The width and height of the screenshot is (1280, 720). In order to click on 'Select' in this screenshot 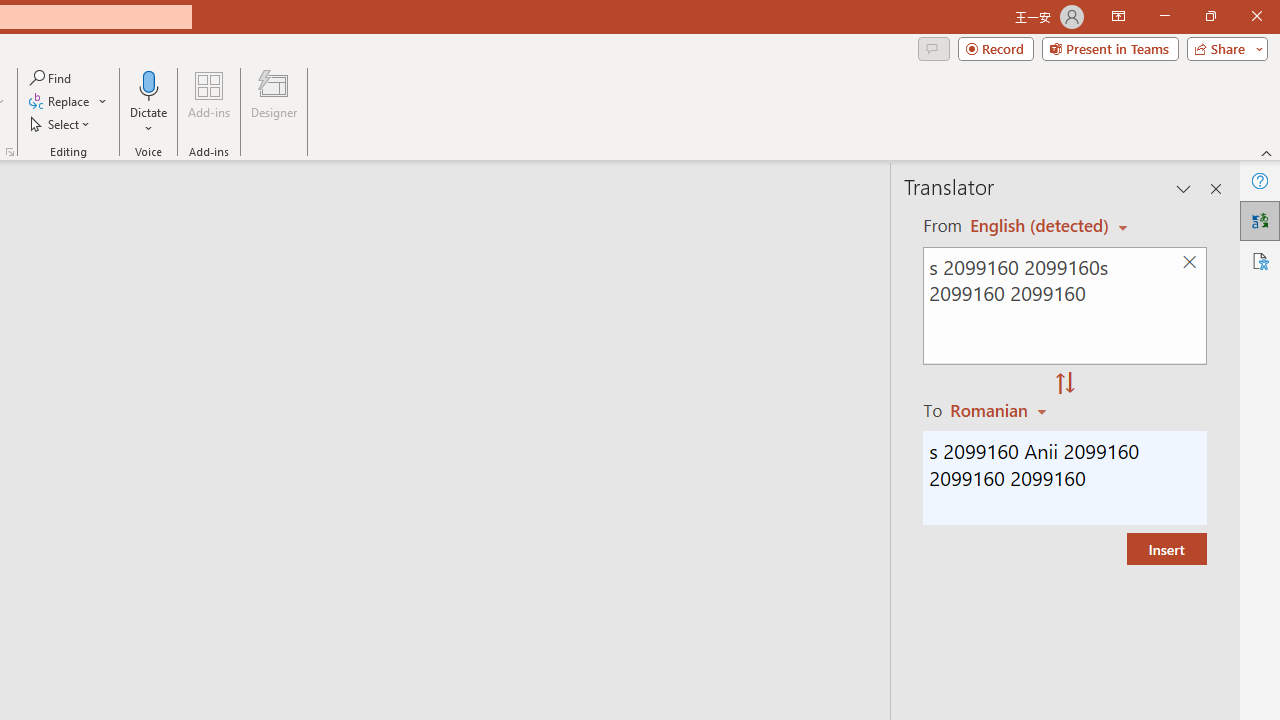, I will do `click(61, 124)`.